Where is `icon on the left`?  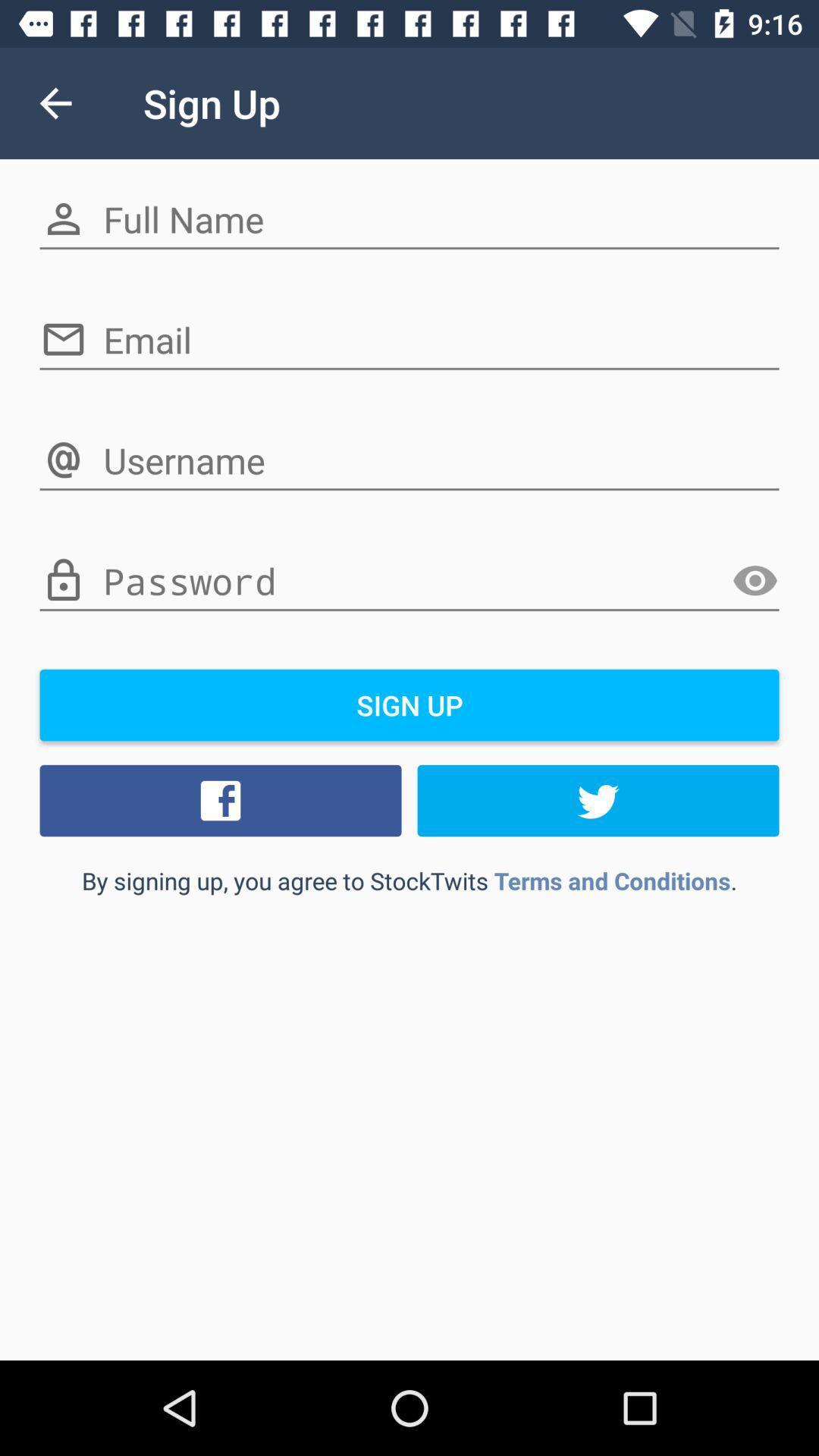
icon on the left is located at coordinates (220, 800).